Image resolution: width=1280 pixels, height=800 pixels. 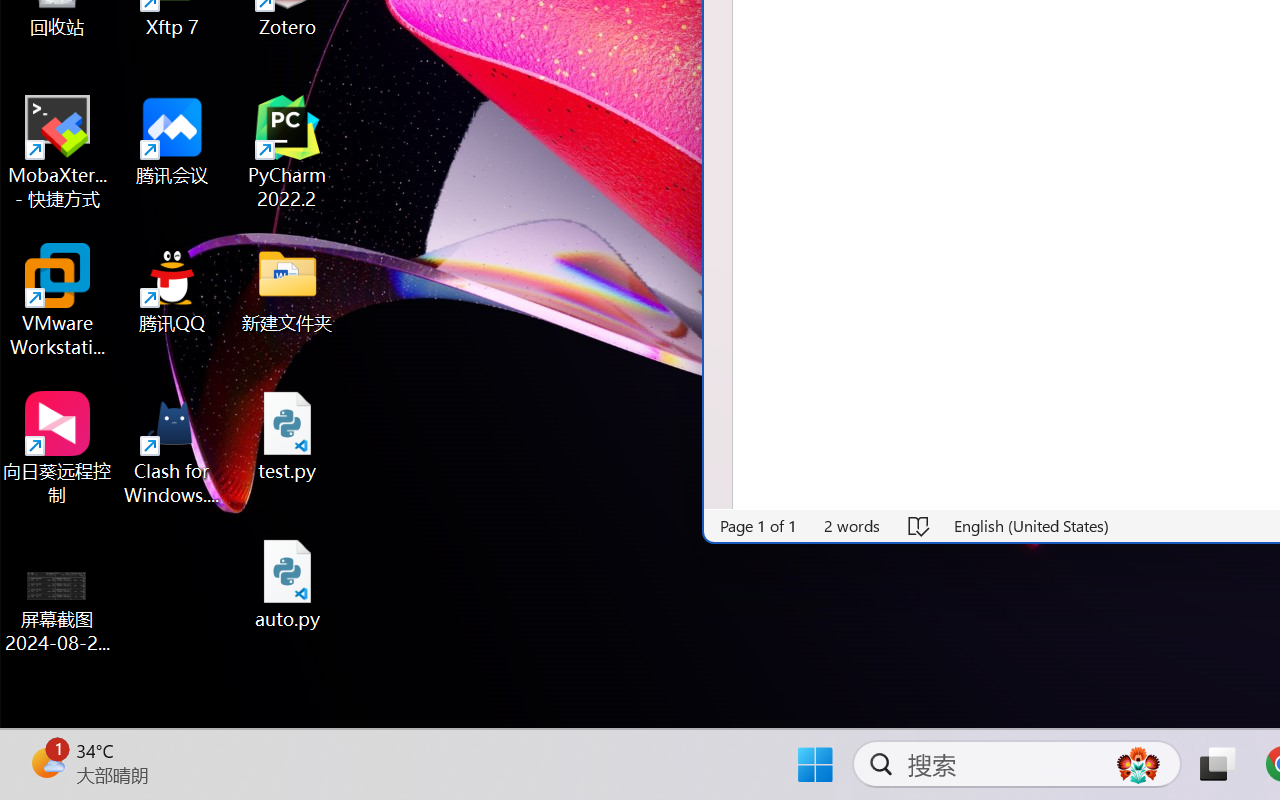 I want to click on 'test.py', so click(x=287, y=435).